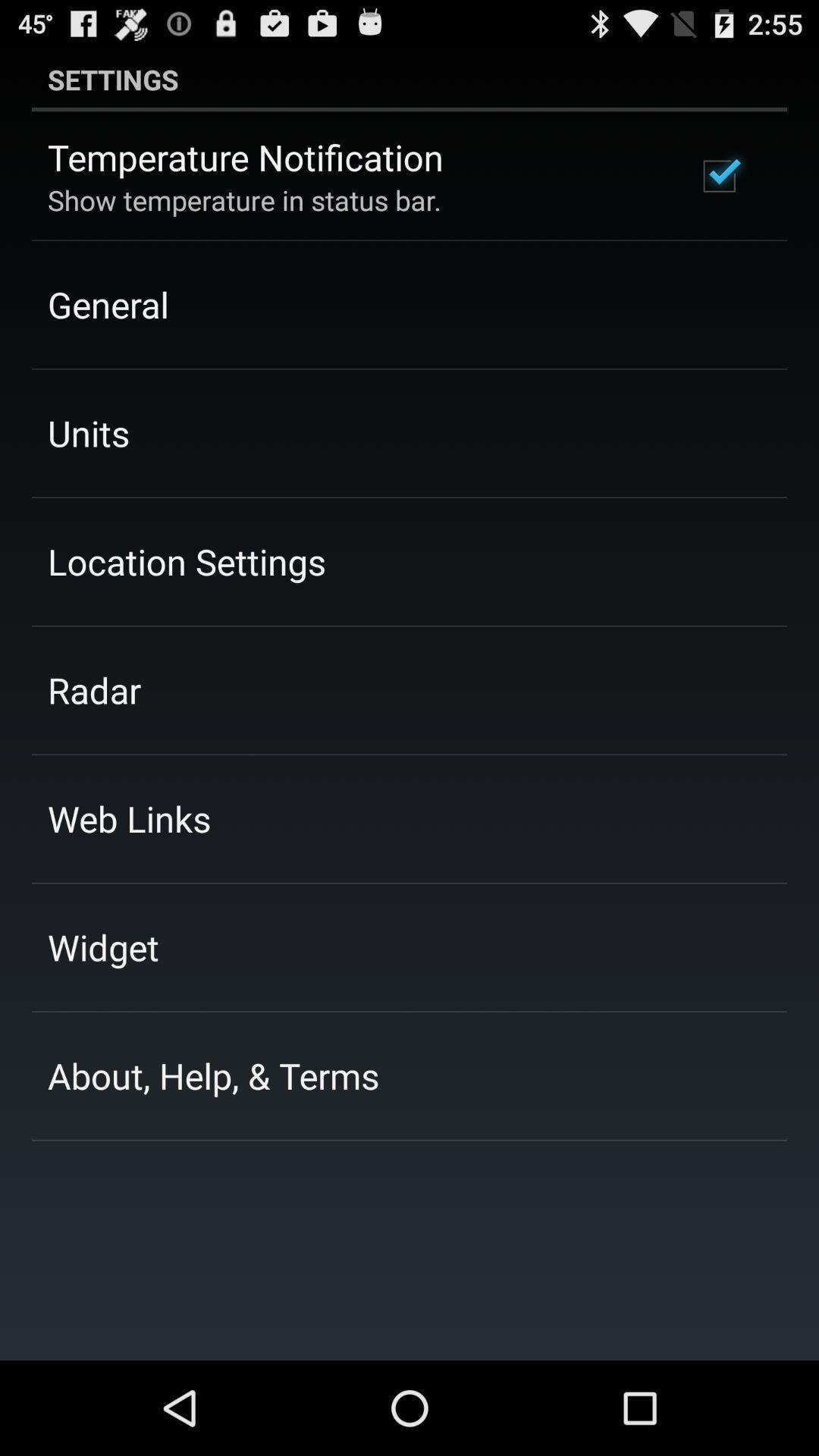  I want to click on the general item, so click(107, 303).